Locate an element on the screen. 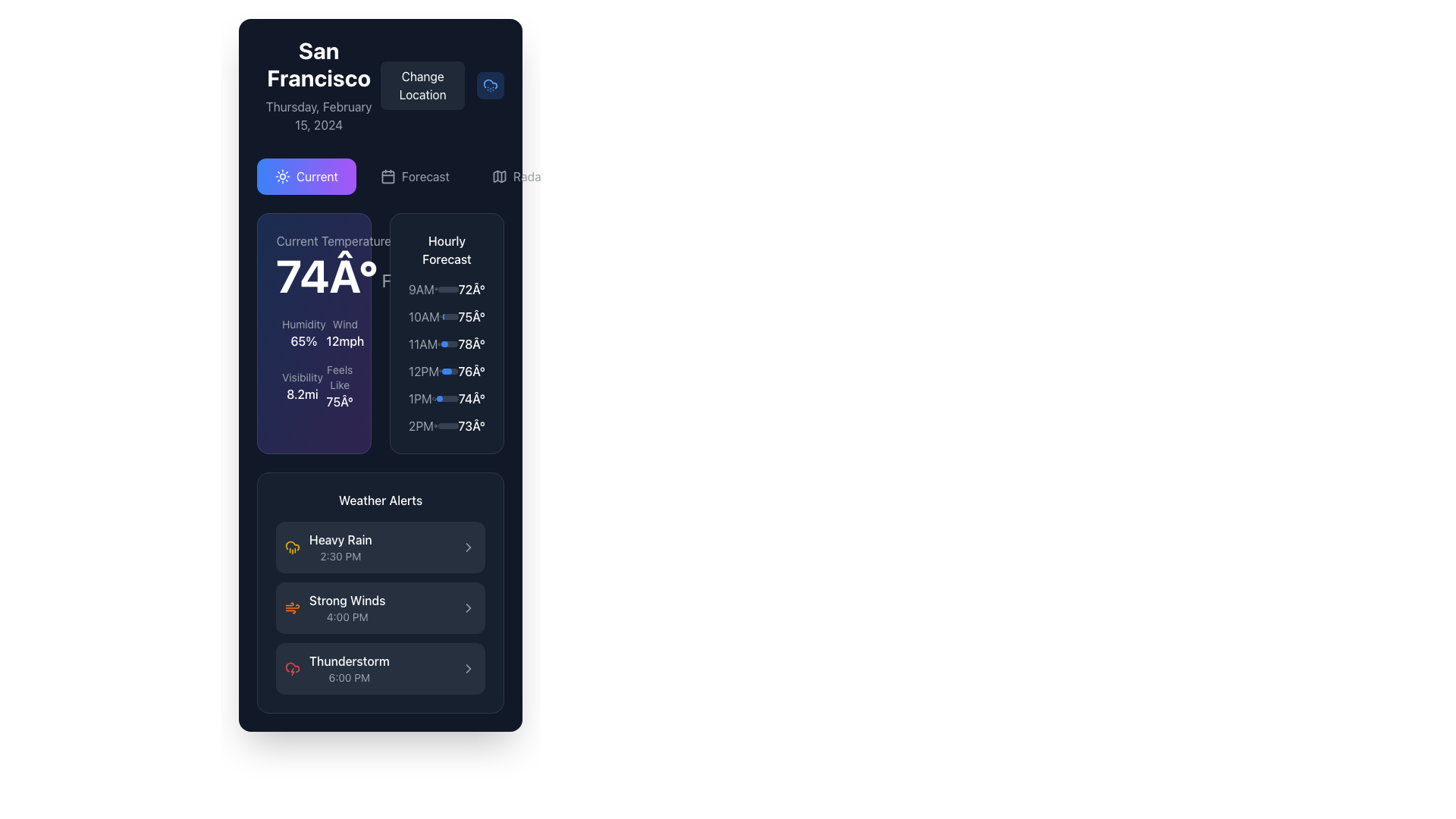  the temperature '76Â°' in the fourth row of the 'Hourly Forecast' section is located at coordinates (446, 371).